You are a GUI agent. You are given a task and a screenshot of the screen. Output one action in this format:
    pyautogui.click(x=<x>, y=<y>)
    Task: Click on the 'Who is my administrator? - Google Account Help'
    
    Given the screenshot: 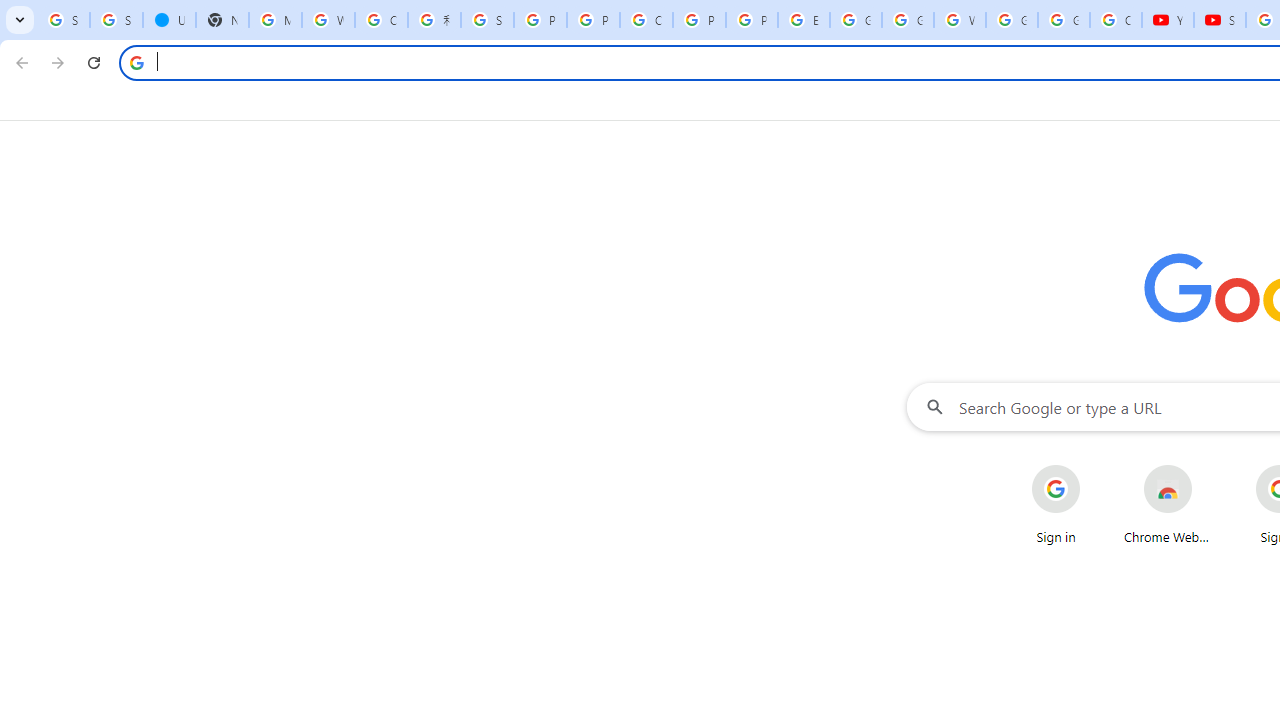 What is the action you would take?
    pyautogui.click(x=328, y=20)
    